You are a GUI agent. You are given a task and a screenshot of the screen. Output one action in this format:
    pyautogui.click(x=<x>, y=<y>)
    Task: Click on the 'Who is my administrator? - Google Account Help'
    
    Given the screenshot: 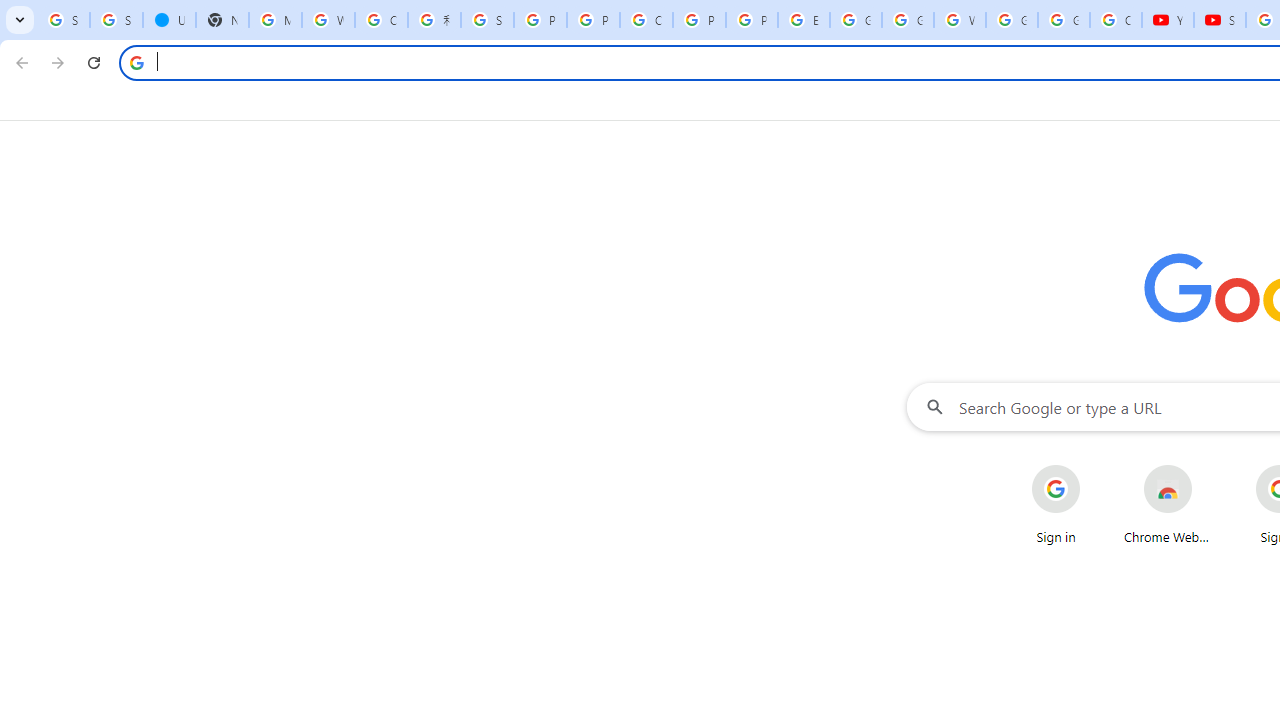 What is the action you would take?
    pyautogui.click(x=328, y=20)
    